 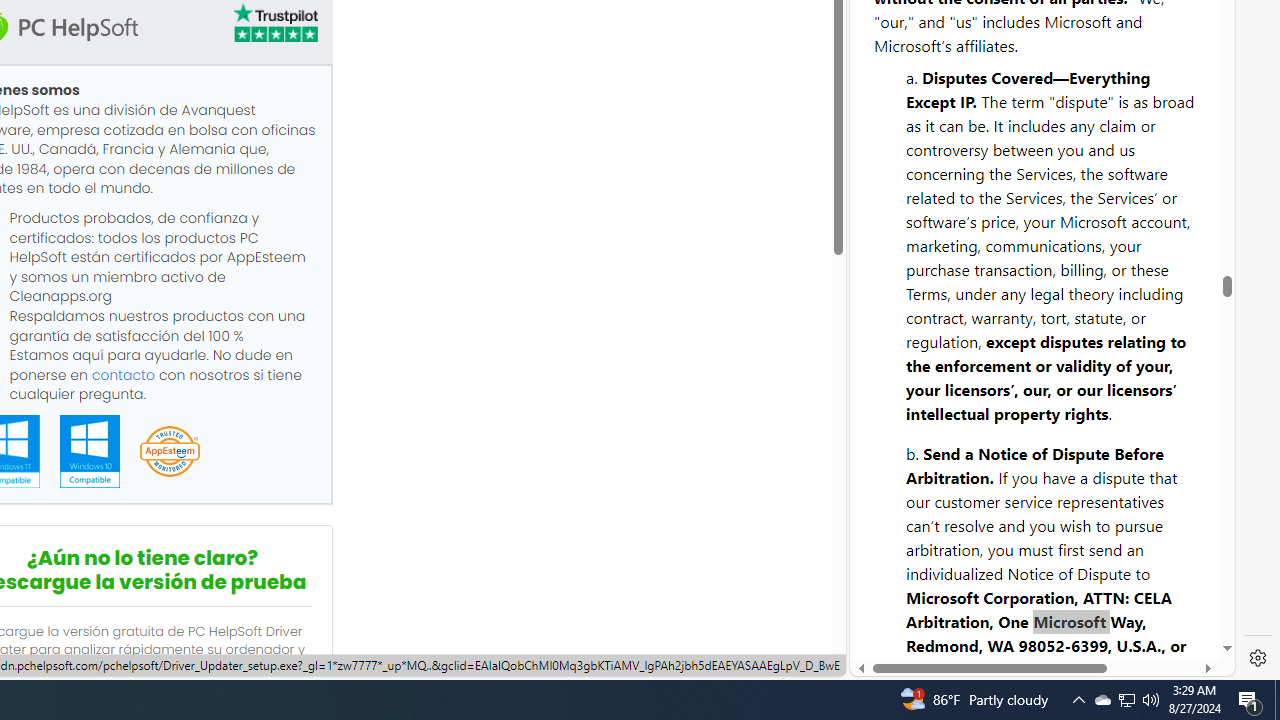 I want to click on 'App Esteem', so click(x=169, y=452).